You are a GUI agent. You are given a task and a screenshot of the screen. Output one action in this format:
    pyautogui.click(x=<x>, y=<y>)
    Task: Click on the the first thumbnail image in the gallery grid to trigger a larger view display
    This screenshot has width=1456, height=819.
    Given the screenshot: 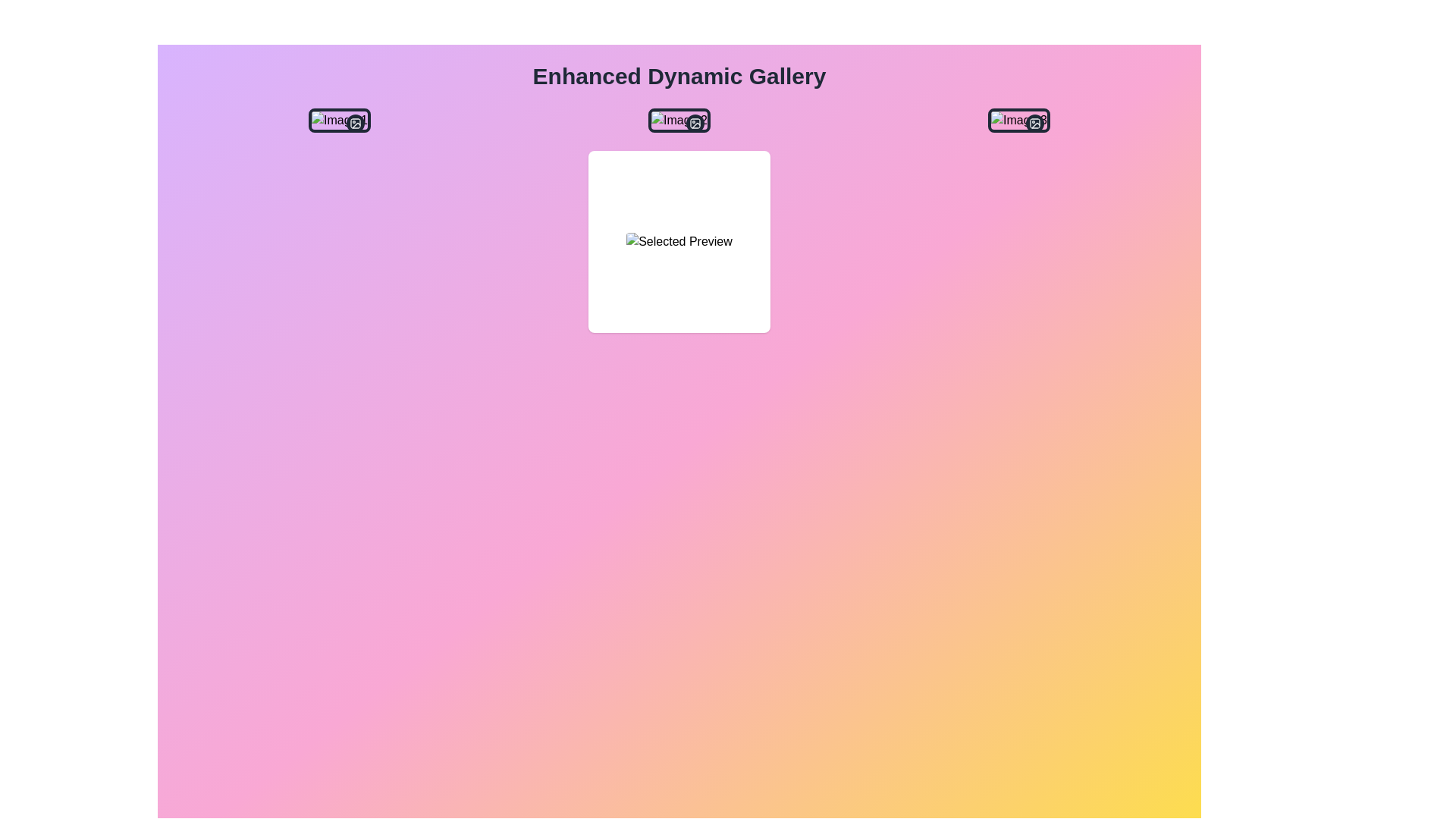 What is the action you would take?
    pyautogui.click(x=338, y=119)
    